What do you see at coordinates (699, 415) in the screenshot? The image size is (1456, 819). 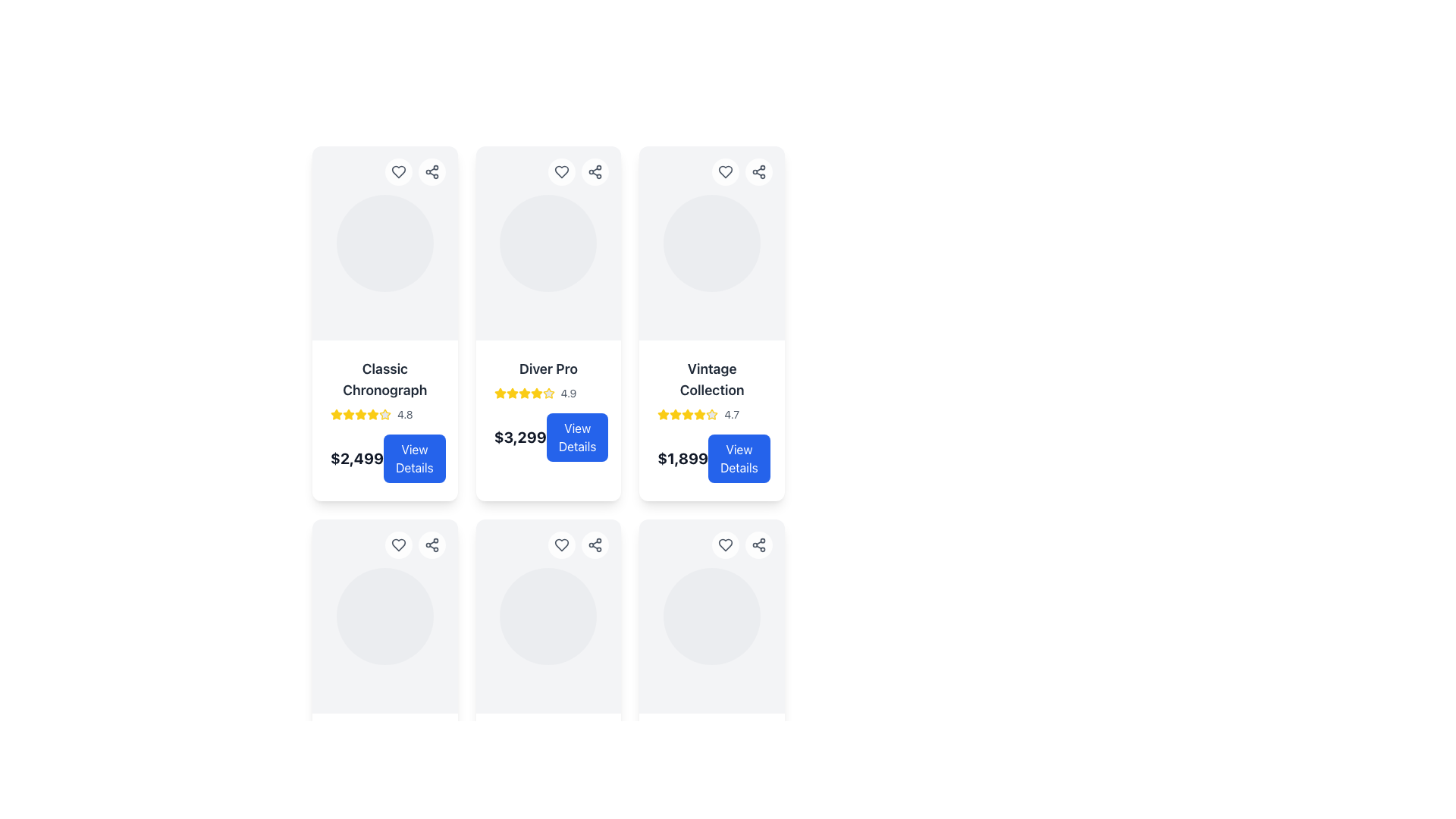 I see `the fourth star icon indicating a user rating of 4.7 out of 5 for the product within the 'Vintage Collection' card` at bounding box center [699, 415].